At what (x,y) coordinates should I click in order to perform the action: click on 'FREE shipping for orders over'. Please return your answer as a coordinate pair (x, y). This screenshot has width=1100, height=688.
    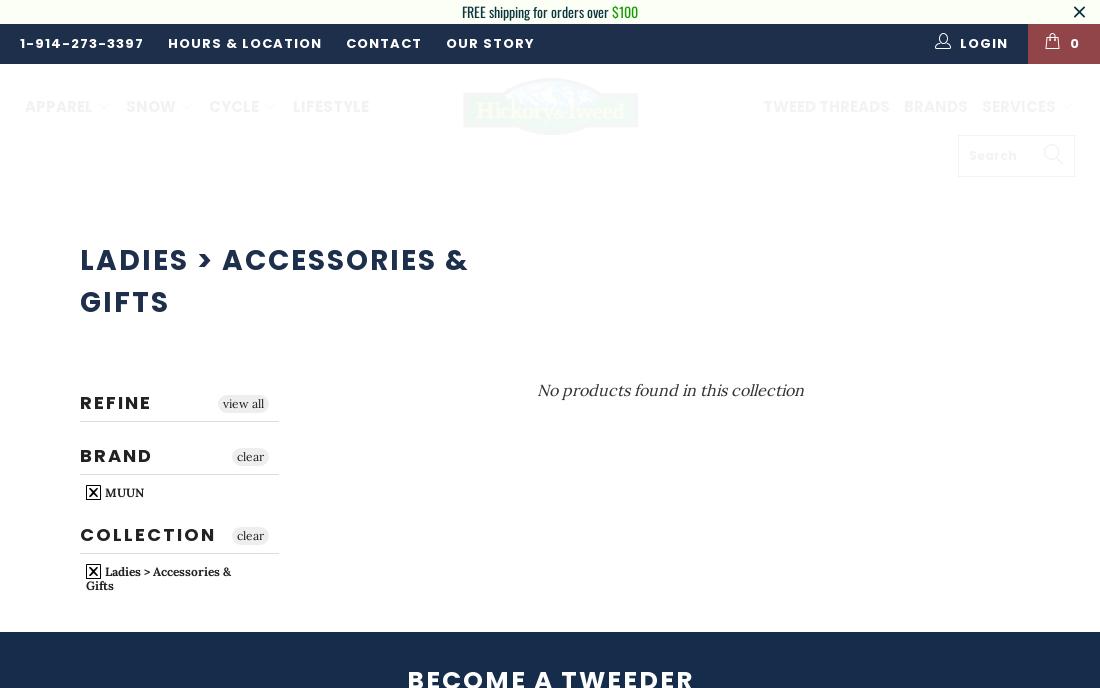
    Looking at the image, I should click on (537, 11).